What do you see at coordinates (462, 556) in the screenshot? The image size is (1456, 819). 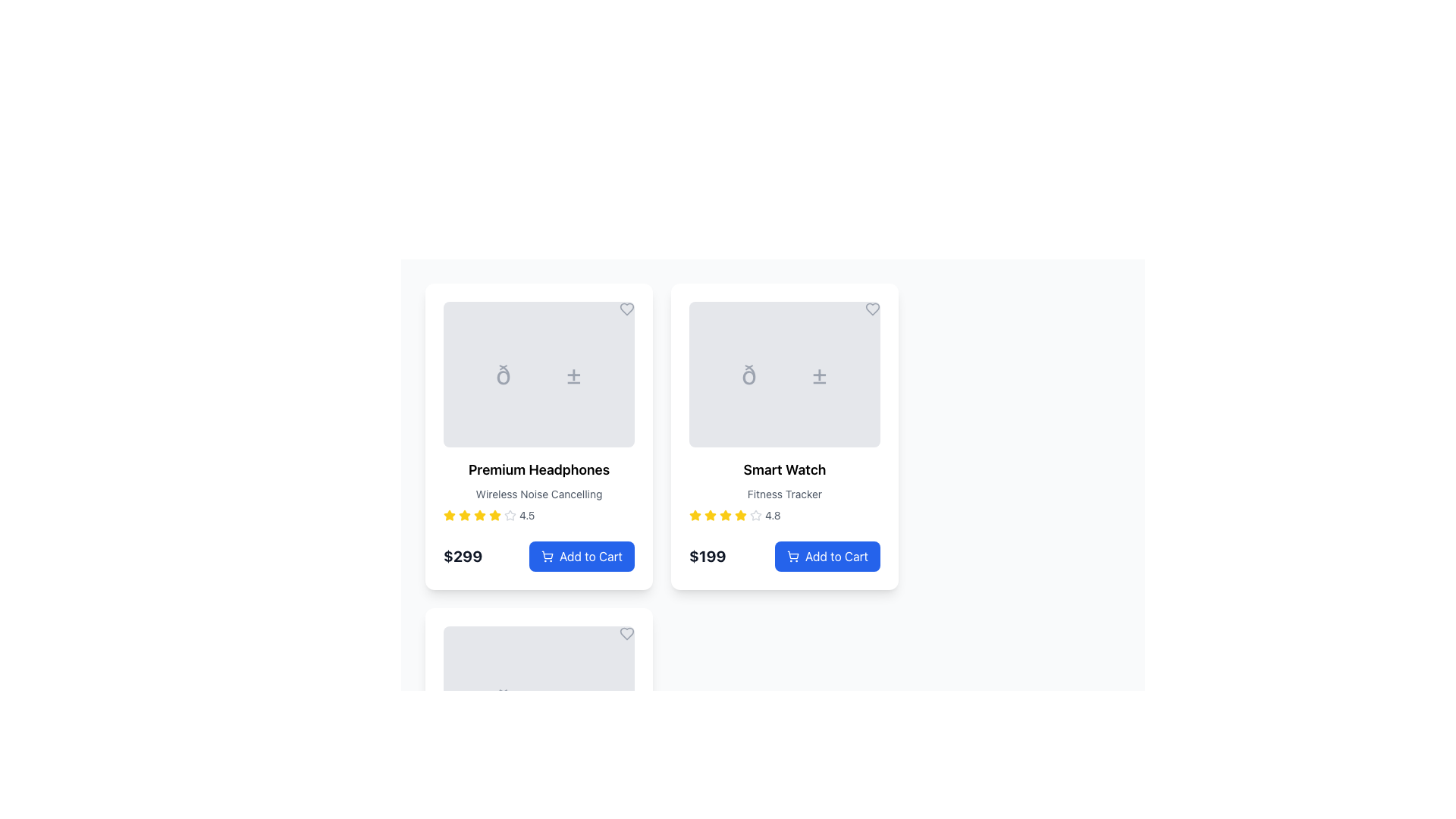 I see `the static text displaying the price of the product within the 'Premium Headphones' product card, located at the bottom-left, to the left of the 'Add to Cart' button` at bounding box center [462, 556].